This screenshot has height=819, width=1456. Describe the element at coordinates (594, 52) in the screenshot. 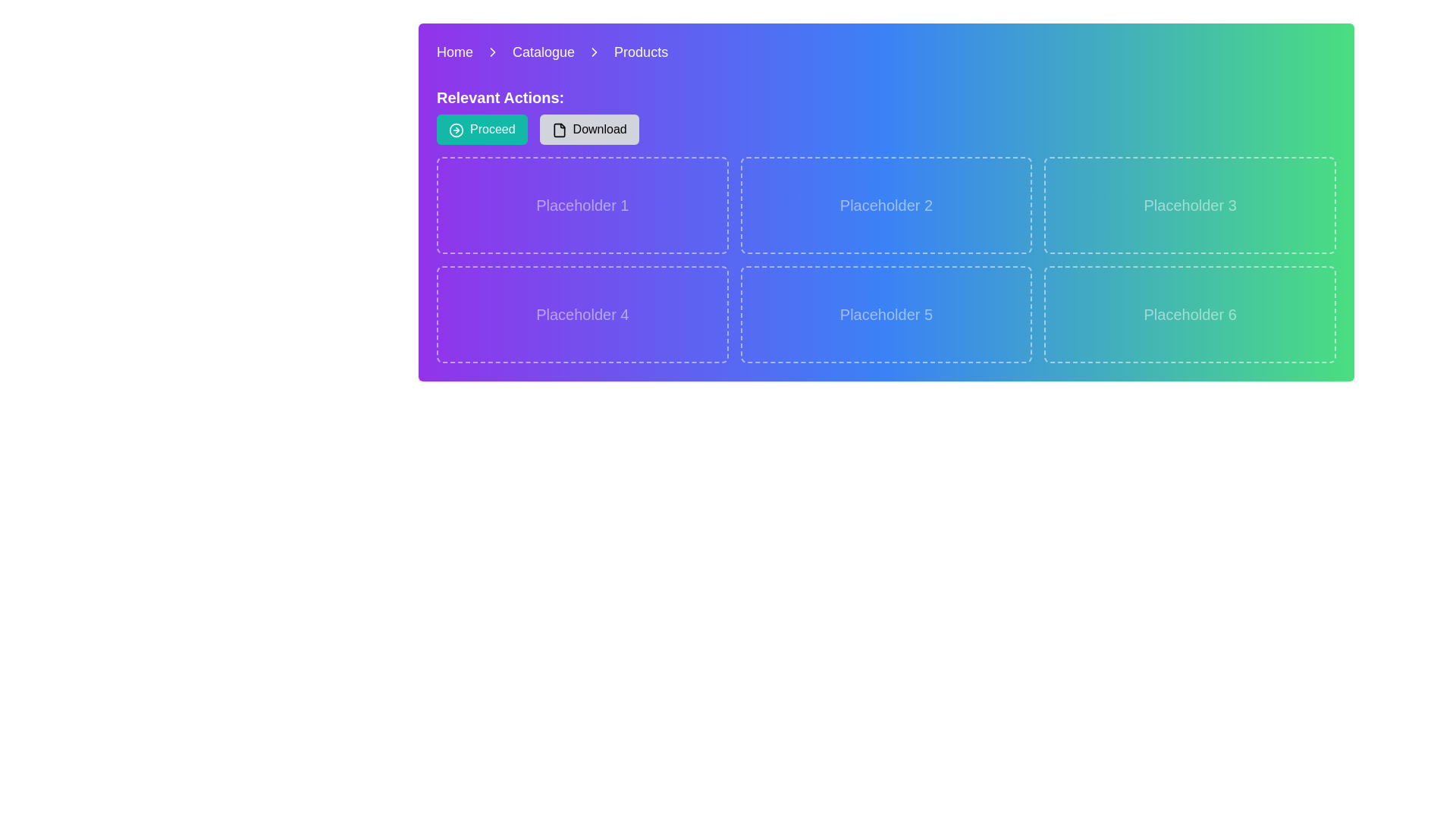

I see `the chevron icon in the breadcrumb navigation bar that separates 'Catalogue' and 'Products'` at that location.